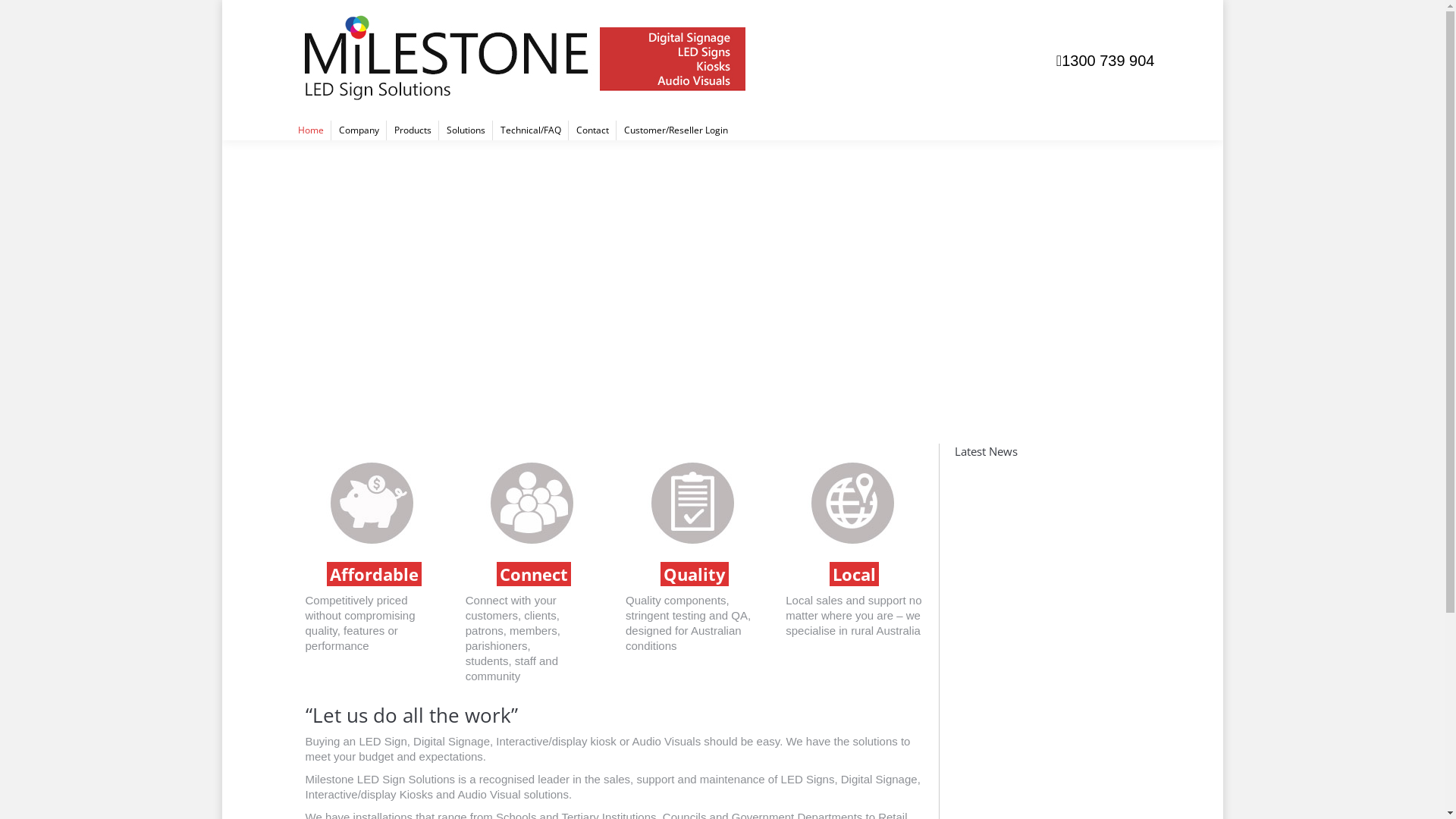 The image size is (1456, 819). Describe the element at coordinates (330, 130) in the screenshot. I see `'Company'` at that location.